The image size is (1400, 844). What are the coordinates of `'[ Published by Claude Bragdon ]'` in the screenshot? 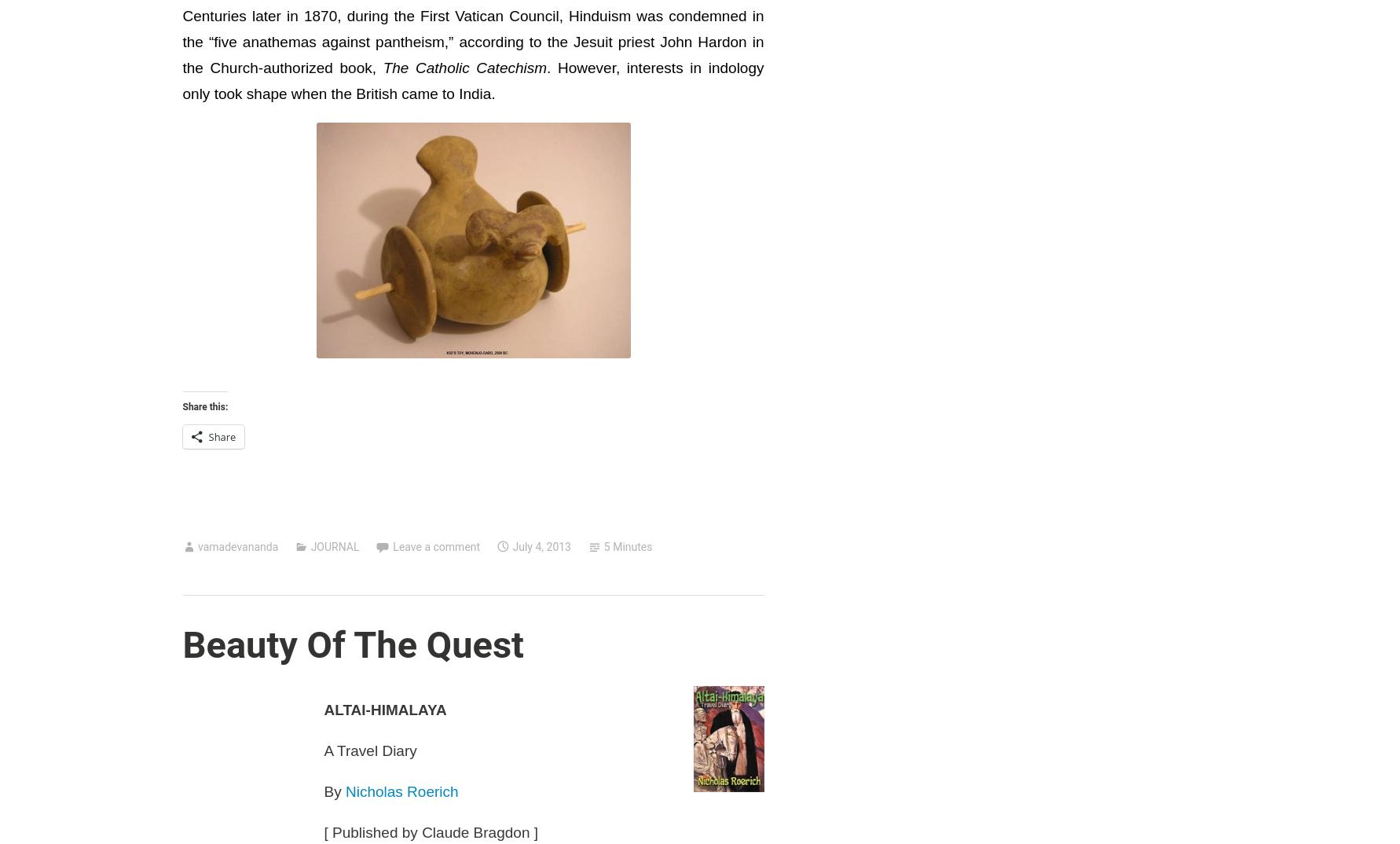 It's located at (431, 832).